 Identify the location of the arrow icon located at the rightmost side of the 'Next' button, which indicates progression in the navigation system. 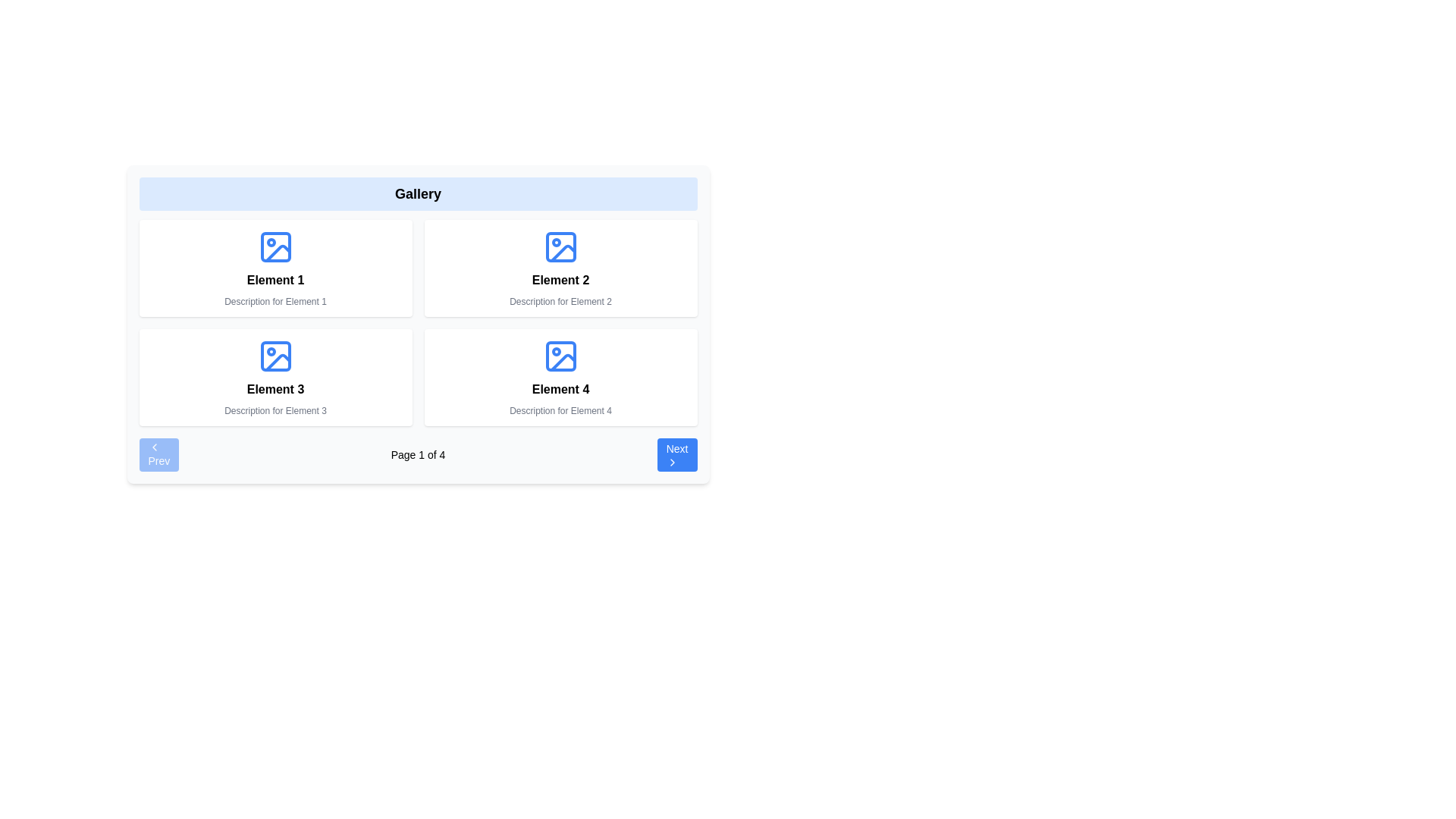
(671, 461).